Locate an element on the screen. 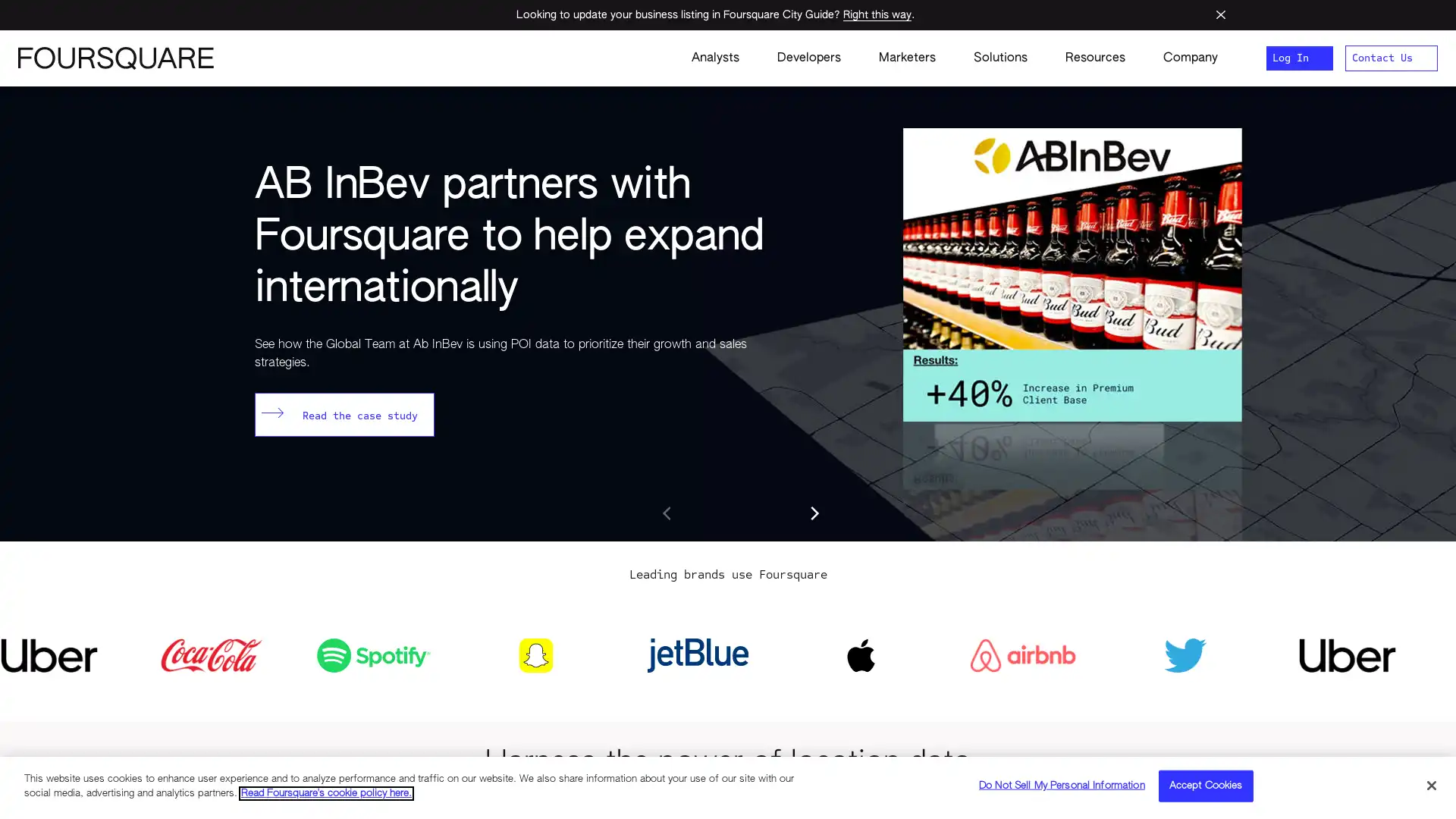  Next is located at coordinates (813, 513).